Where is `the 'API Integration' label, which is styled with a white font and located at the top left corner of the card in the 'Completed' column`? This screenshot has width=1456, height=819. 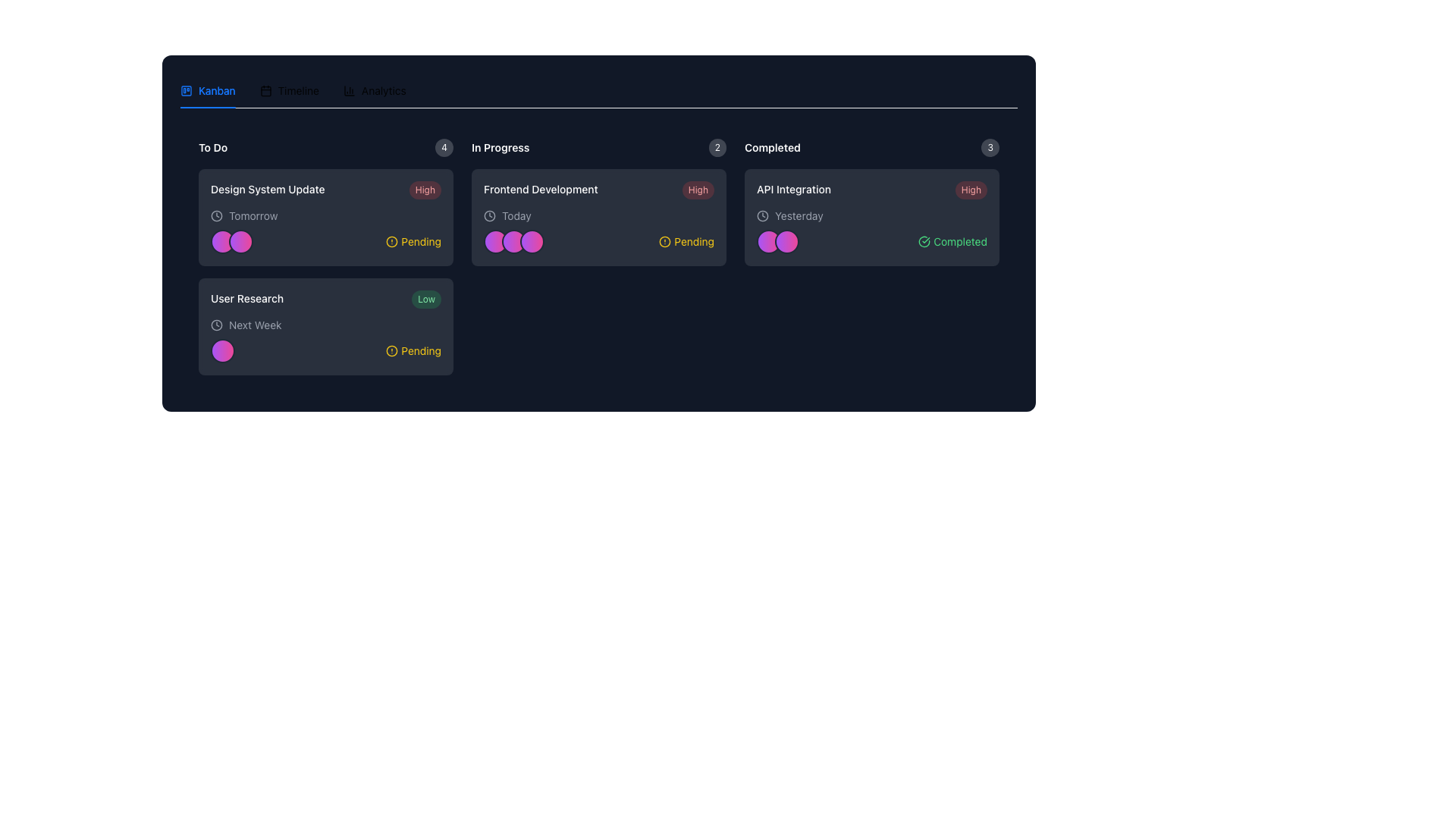 the 'API Integration' label, which is styled with a white font and located at the top left corner of the card in the 'Completed' column is located at coordinates (792, 189).